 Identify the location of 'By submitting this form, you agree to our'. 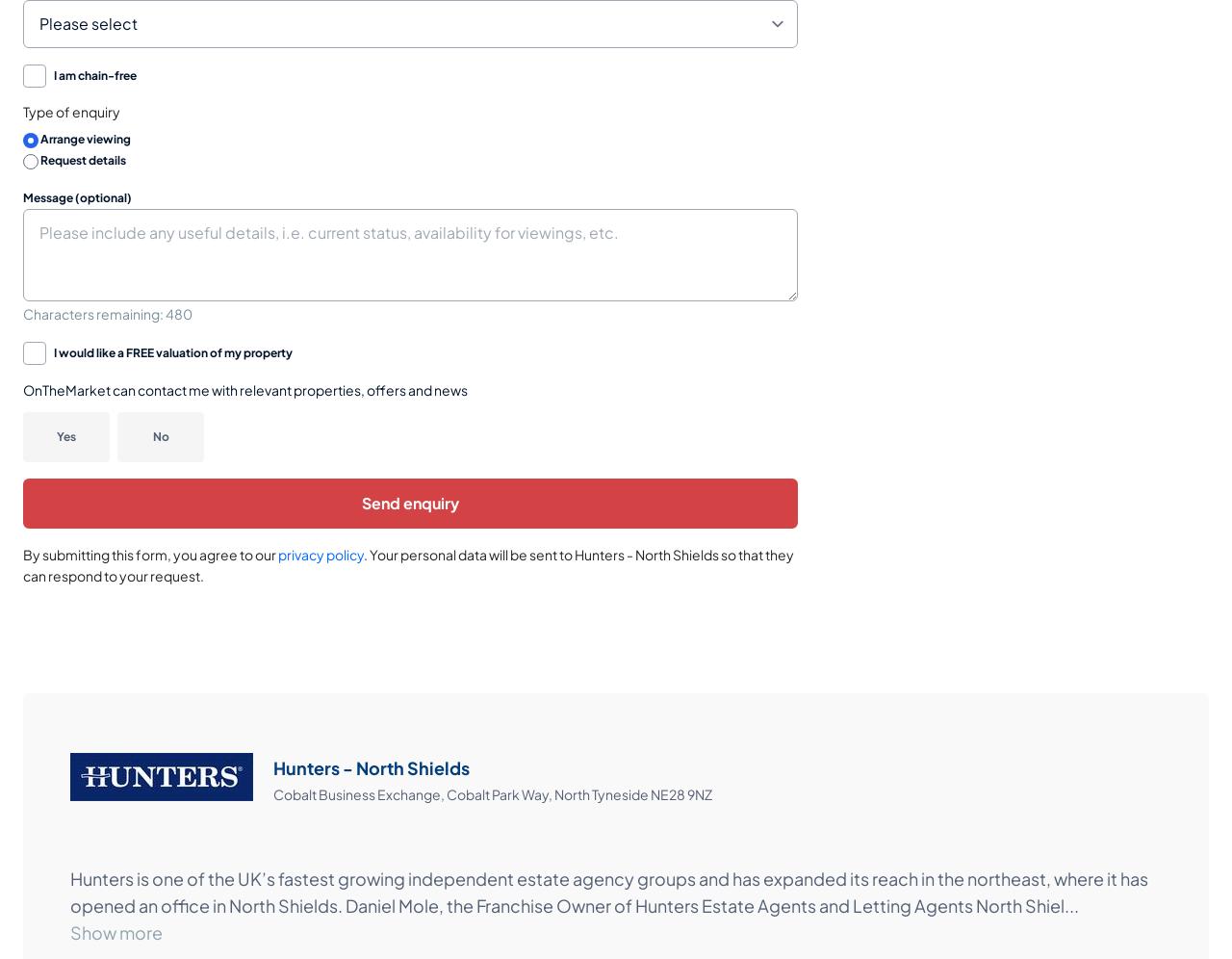
(149, 552).